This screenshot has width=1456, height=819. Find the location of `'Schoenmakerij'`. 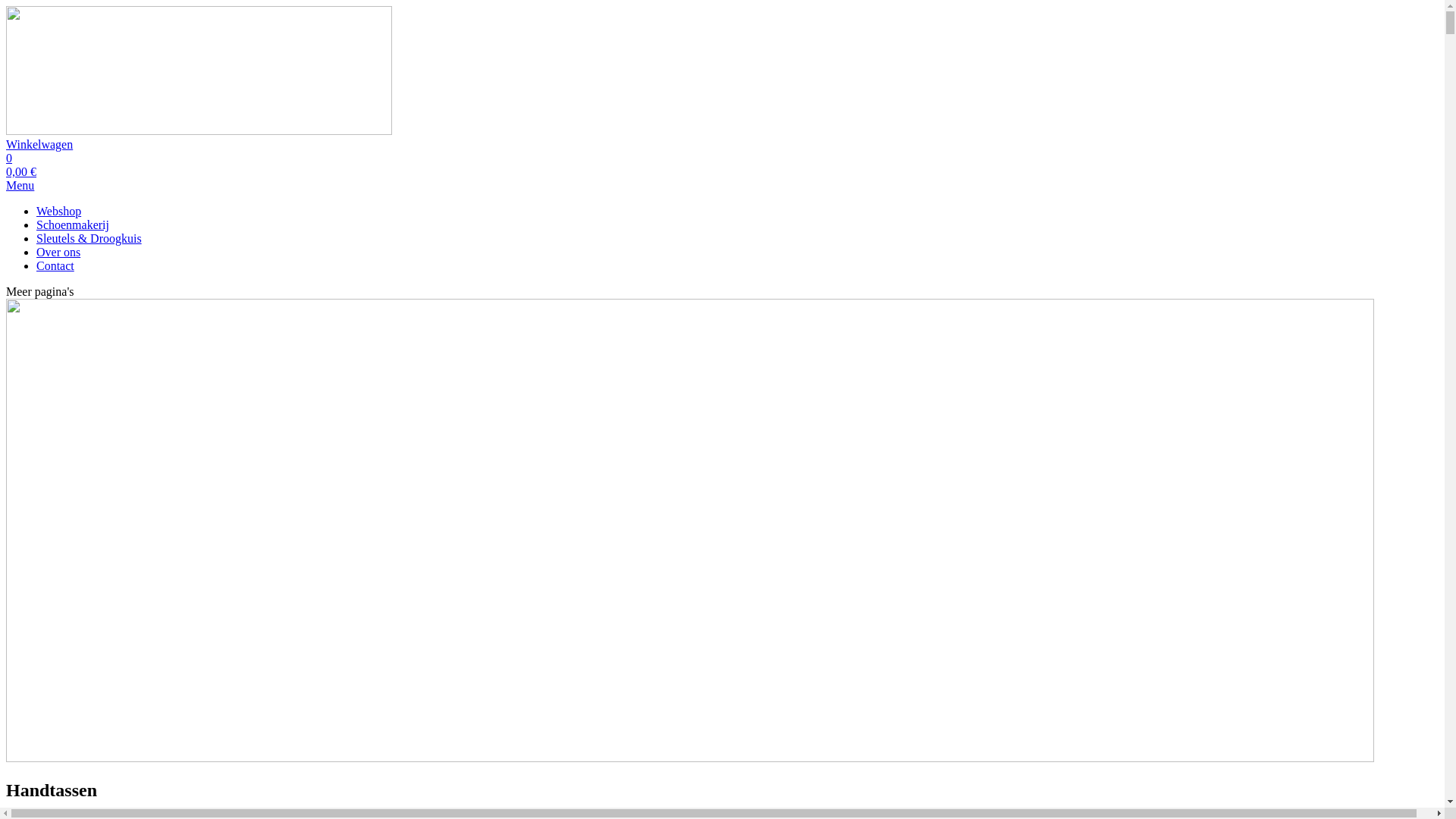

'Schoenmakerij' is located at coordinates (72, 224).